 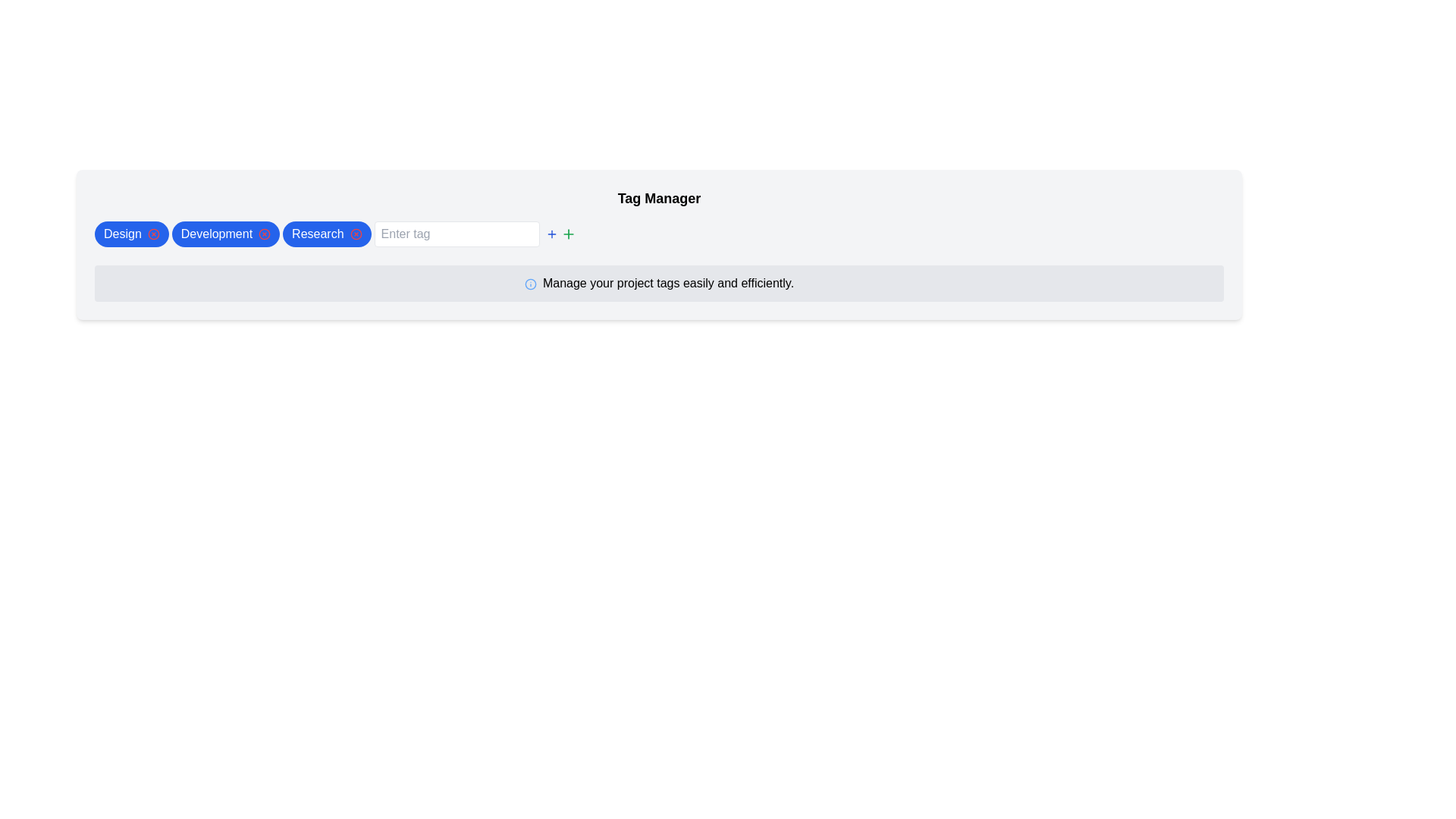 What do you see at coordinates (530, 284) in the screenshot?
I see `the blue circle, which is part of an SVG icon located near the top-center area of the interface, to trigger the tooltip or information display` at bounding box center [530, 284].